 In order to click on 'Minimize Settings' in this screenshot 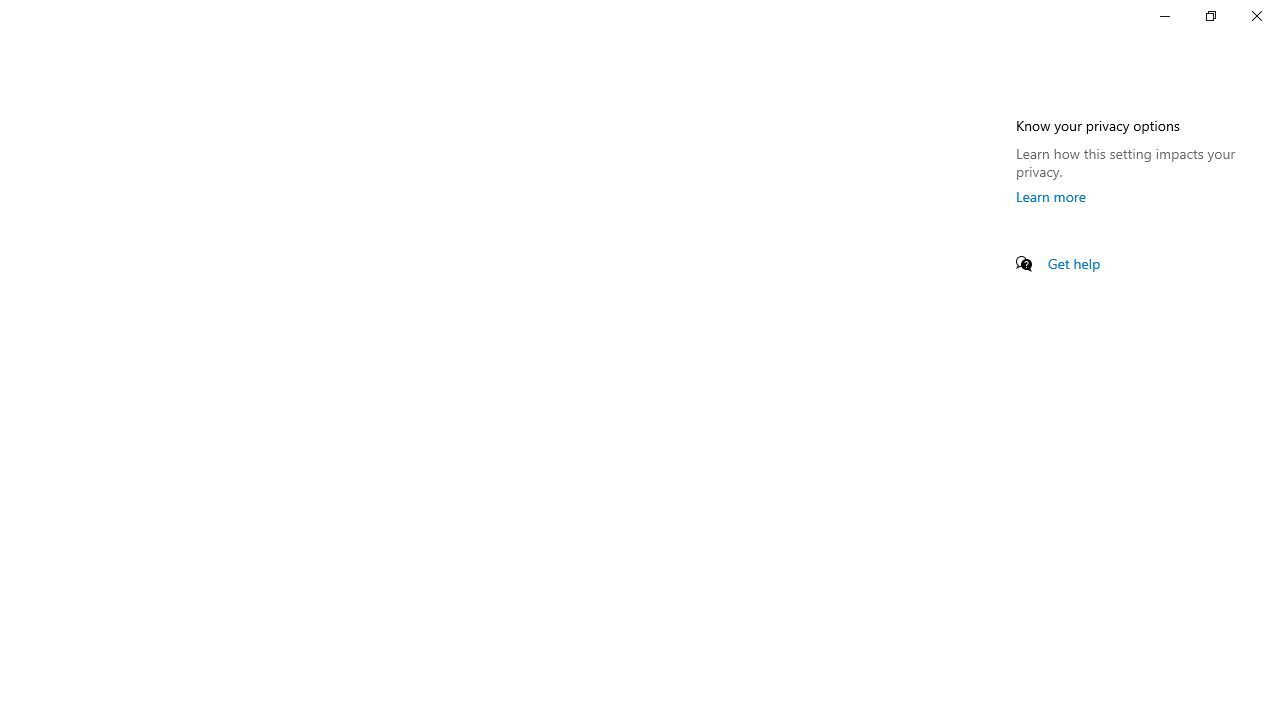, I will do `click(1164, 15)`.